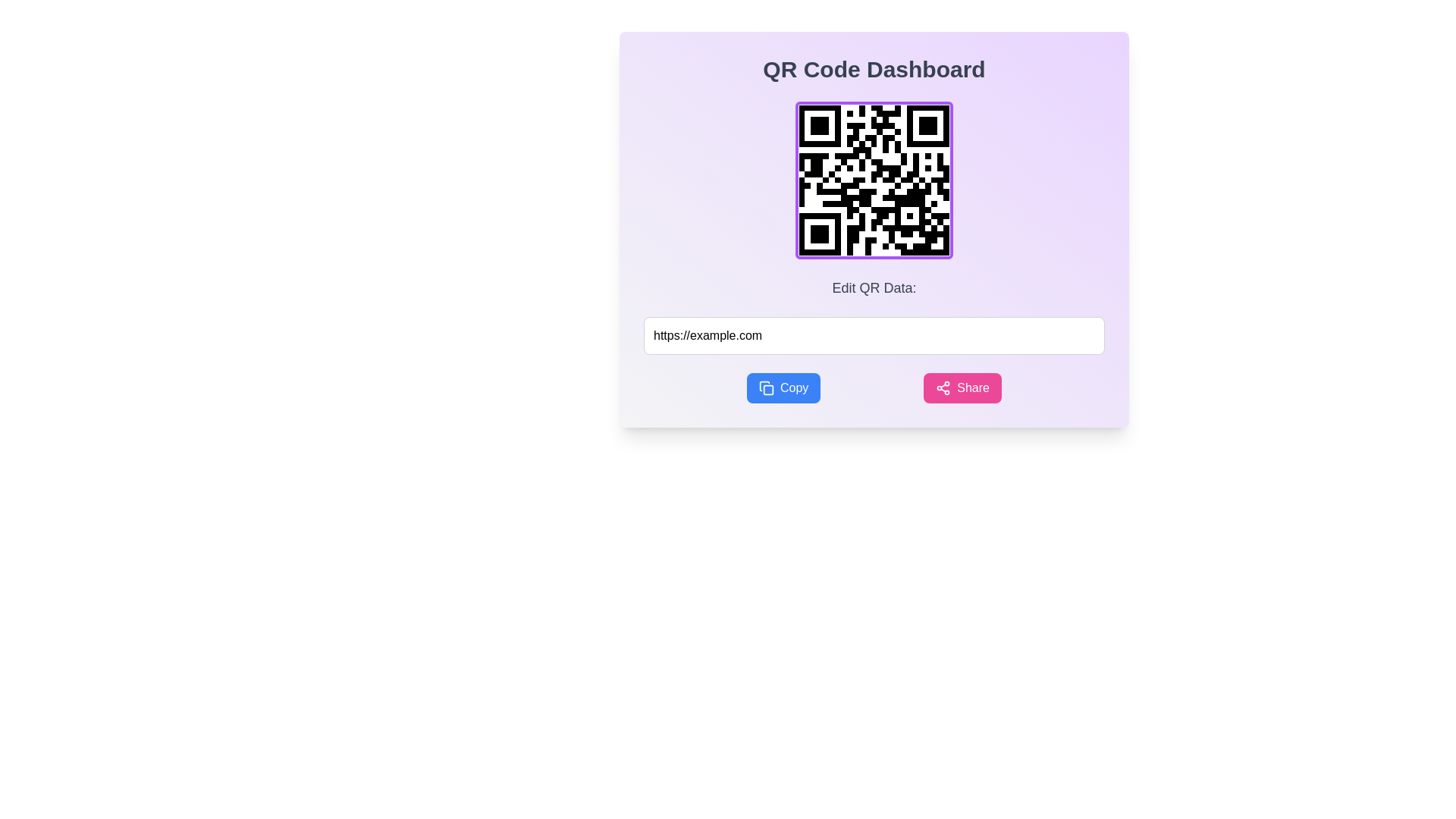  Describe the element at coordinates (943, 388) in the screenshot. I see `the sharing icon located on the left side of the 'Share' button, which indicates the functionality of sharing` at that location.